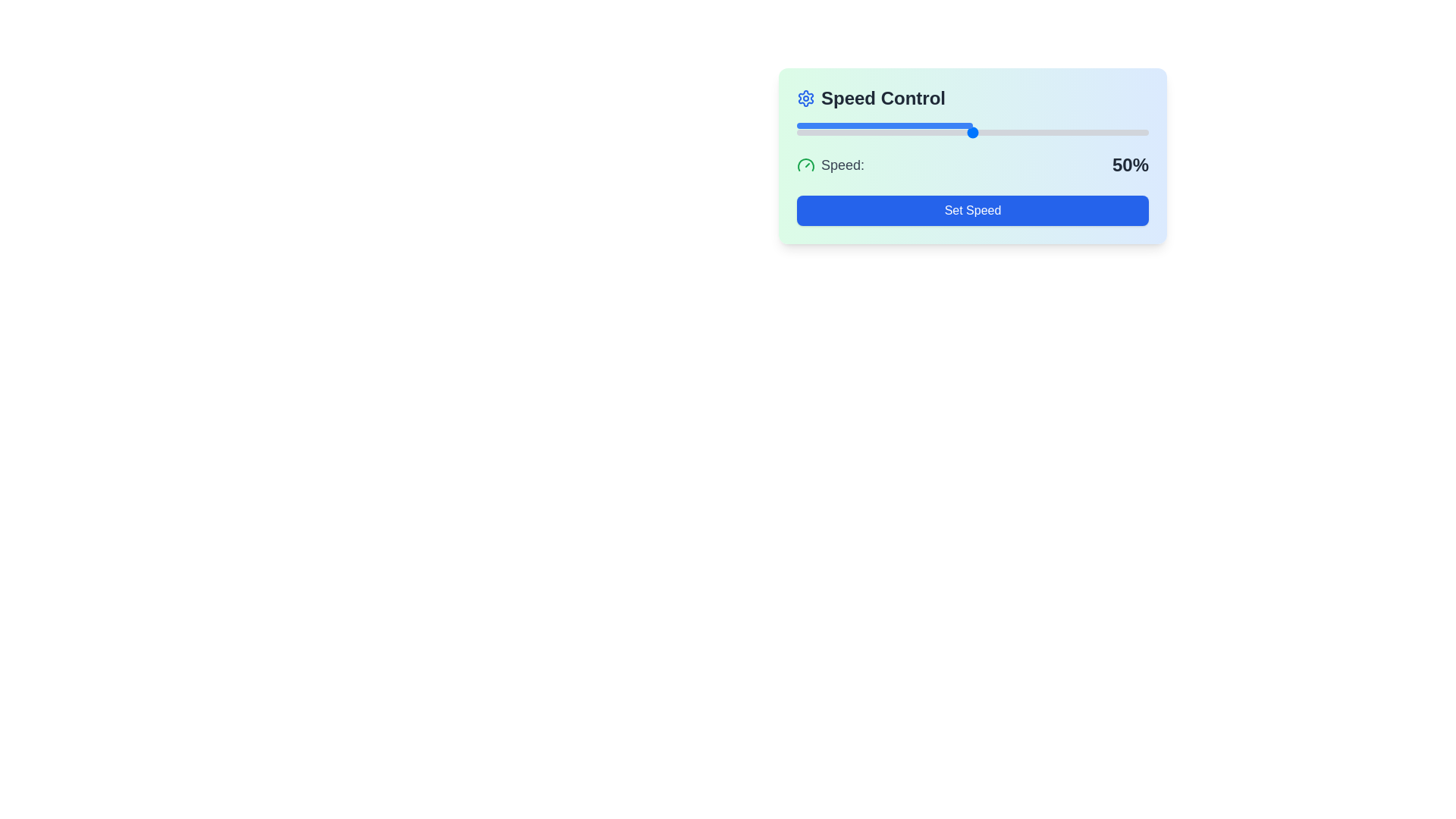 The height and width of the screenshot is (819, 1456). Describe the element at coordinates (972, 210) in the screenshot. I see `the button with a blue background and white text reading 'Set Speed'` at that location.